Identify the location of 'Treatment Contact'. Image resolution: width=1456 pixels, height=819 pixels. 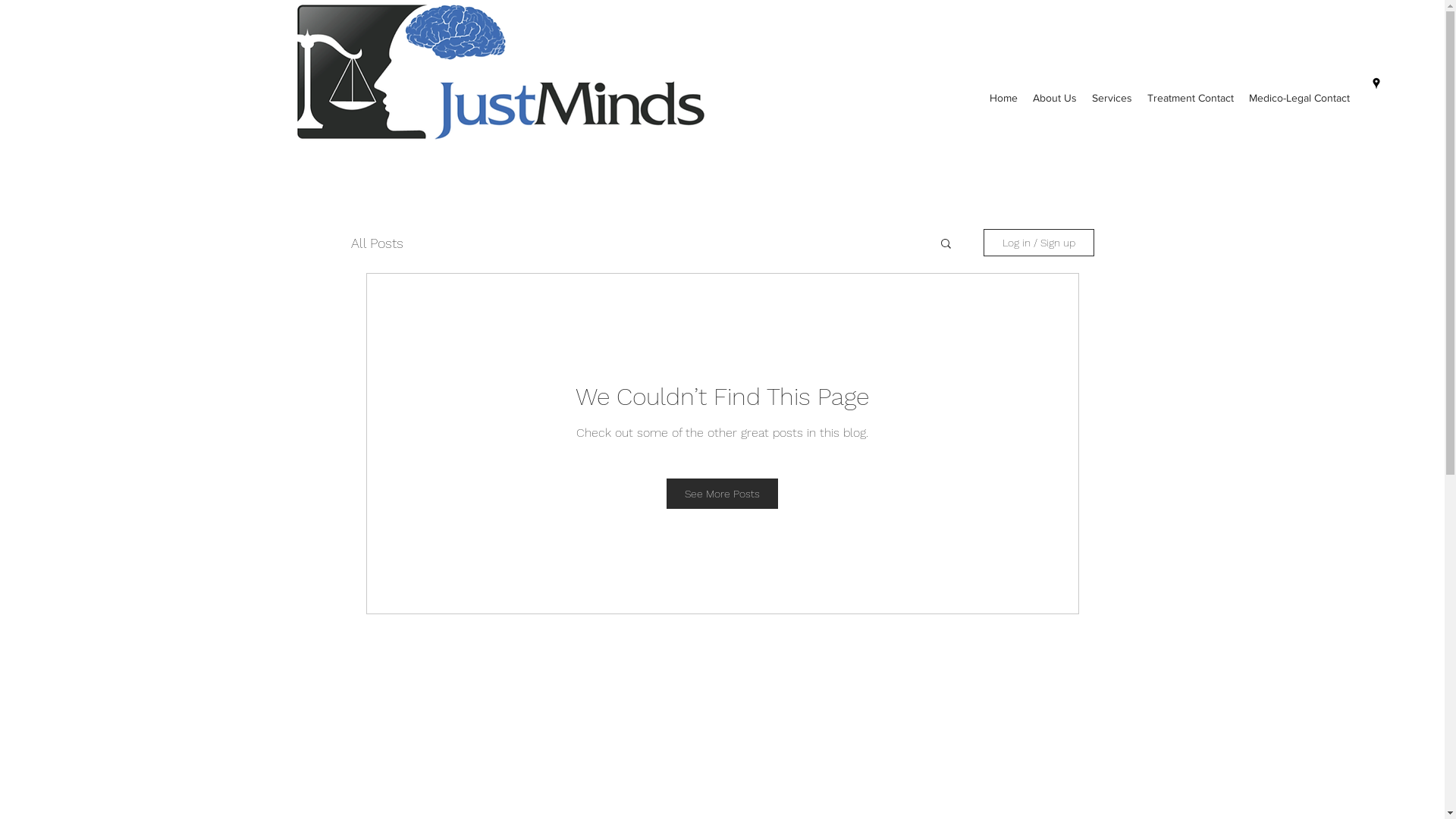
(1139, 98).